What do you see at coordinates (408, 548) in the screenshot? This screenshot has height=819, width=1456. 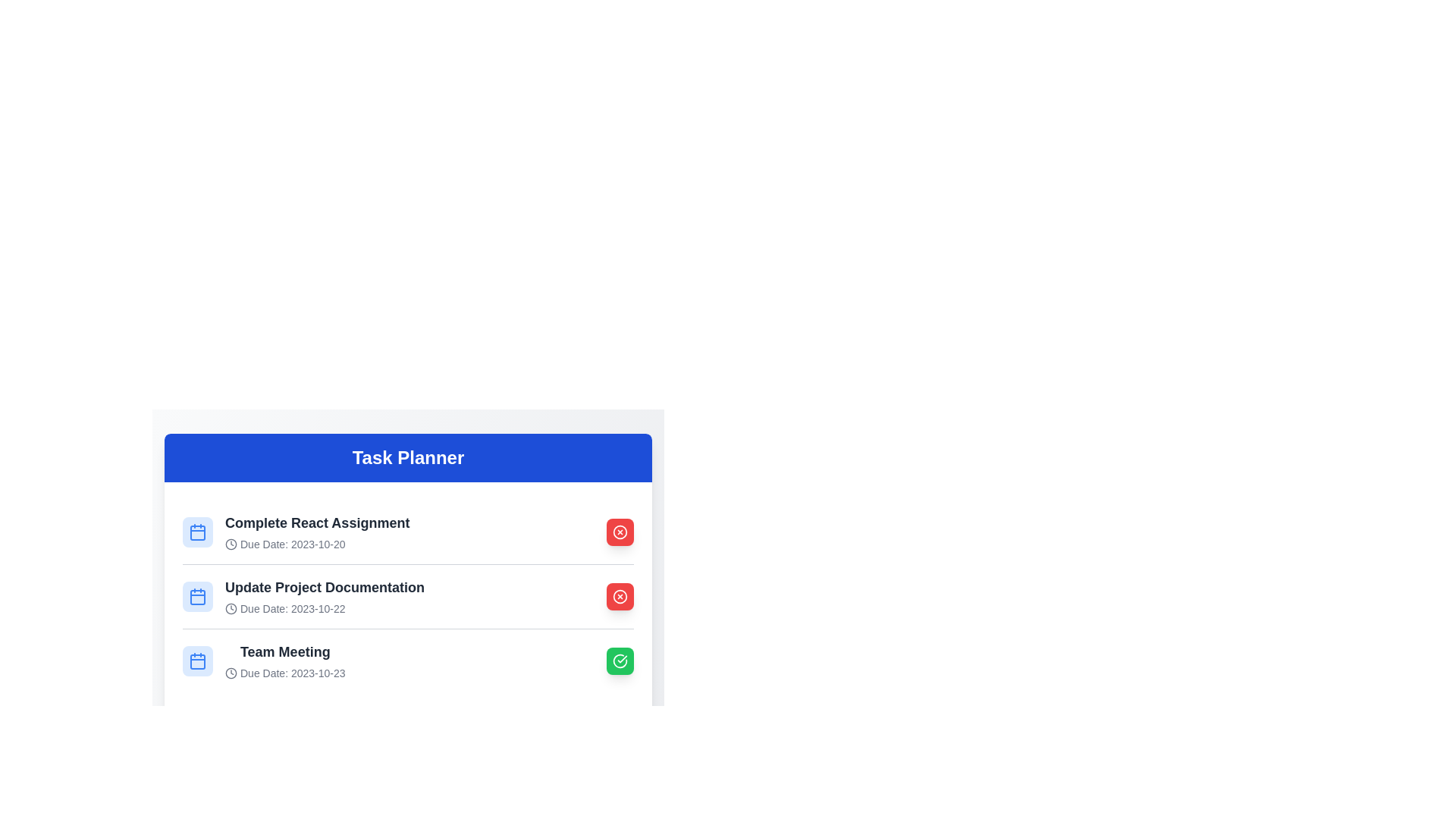 I see `task details from the 'Task Planner' panel, which has a white background and contains task information` at bounding box center [408, 548].